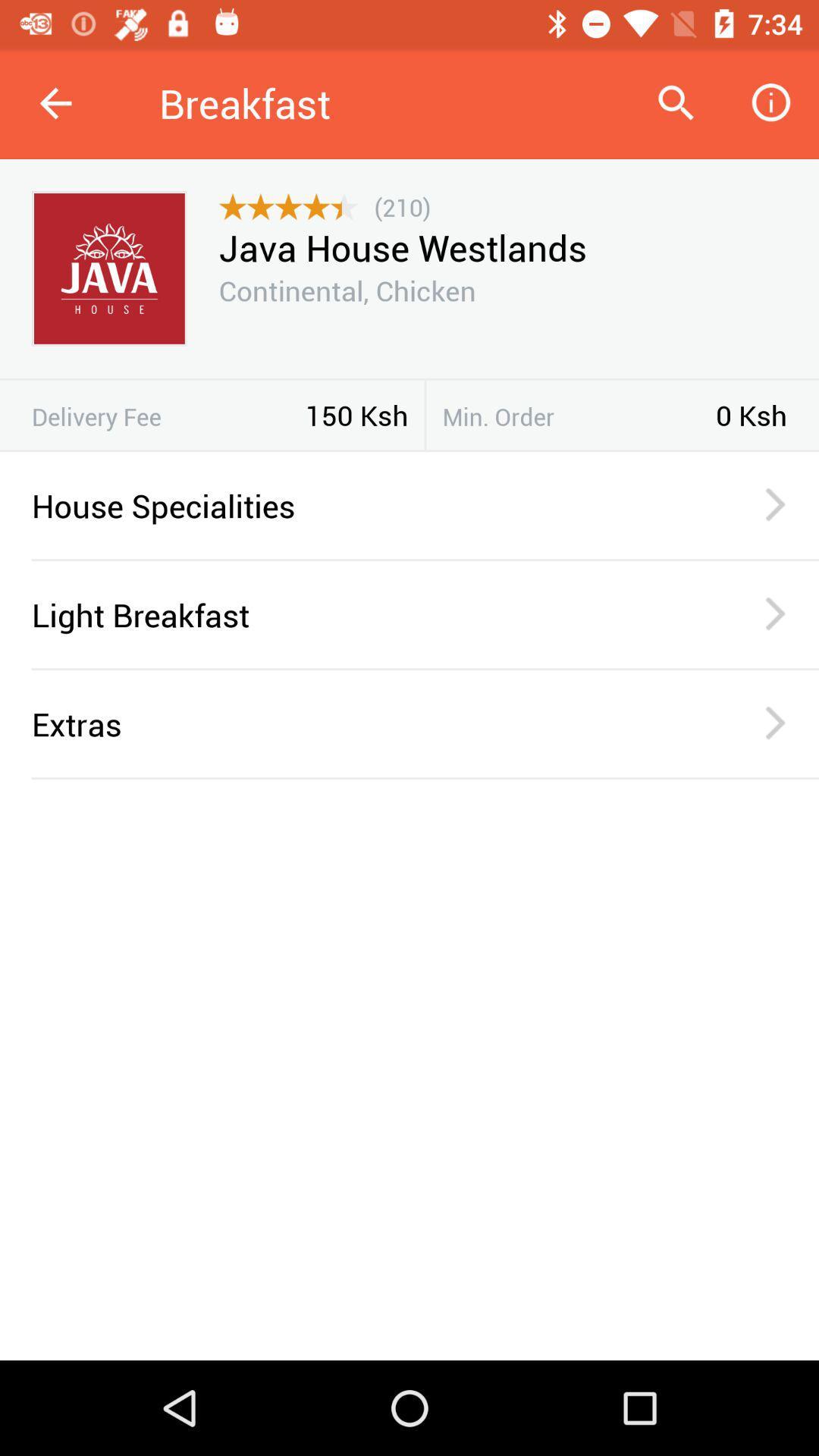 This screenshot has width=819, height=1456. What do you see at coordinates (356, 415) in the screenshot?
I see `item to the right of delivery fee icon` at bounding box center [356, 415].